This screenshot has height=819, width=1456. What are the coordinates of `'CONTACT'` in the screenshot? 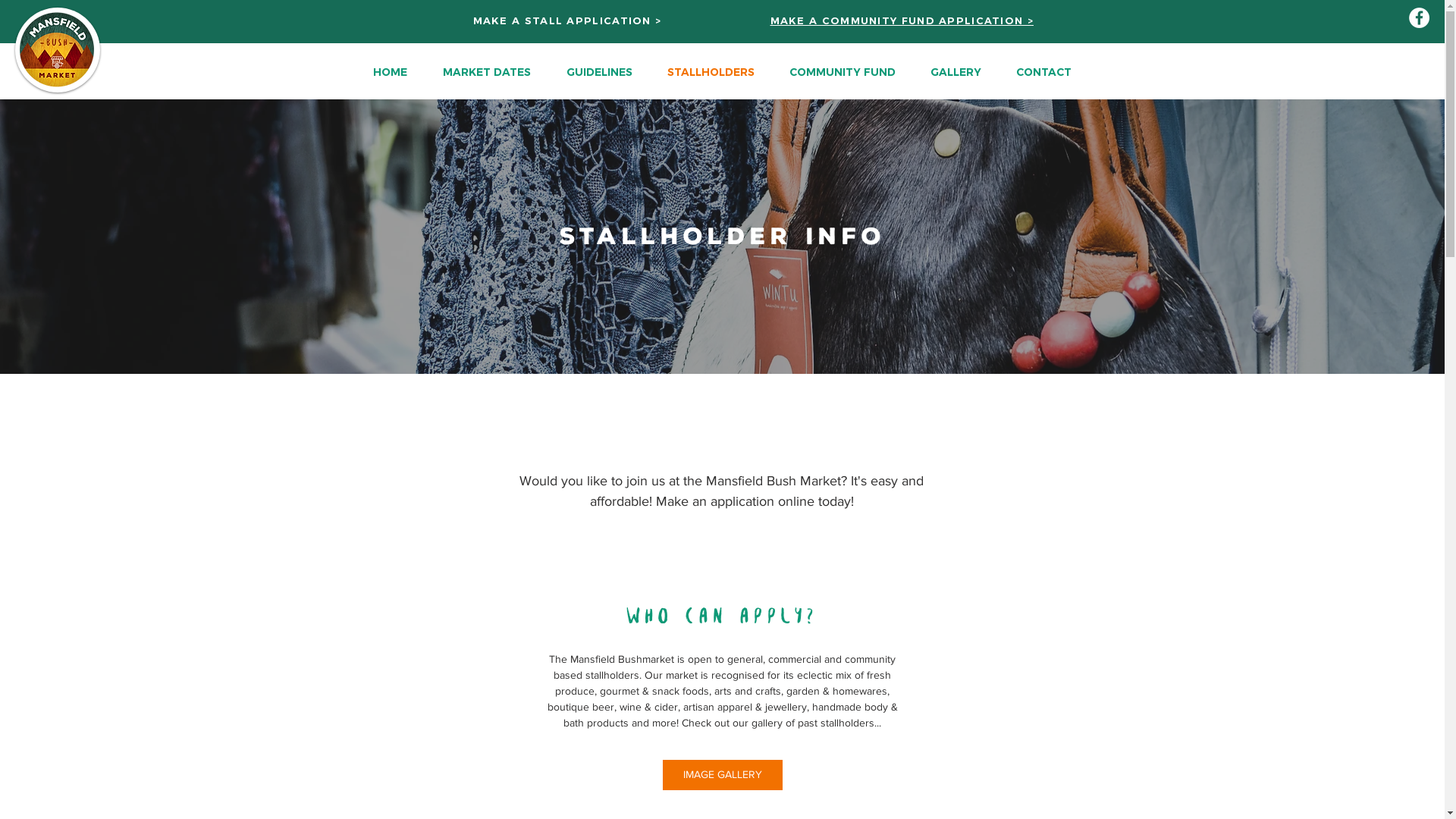 It's located at (1042, 71).